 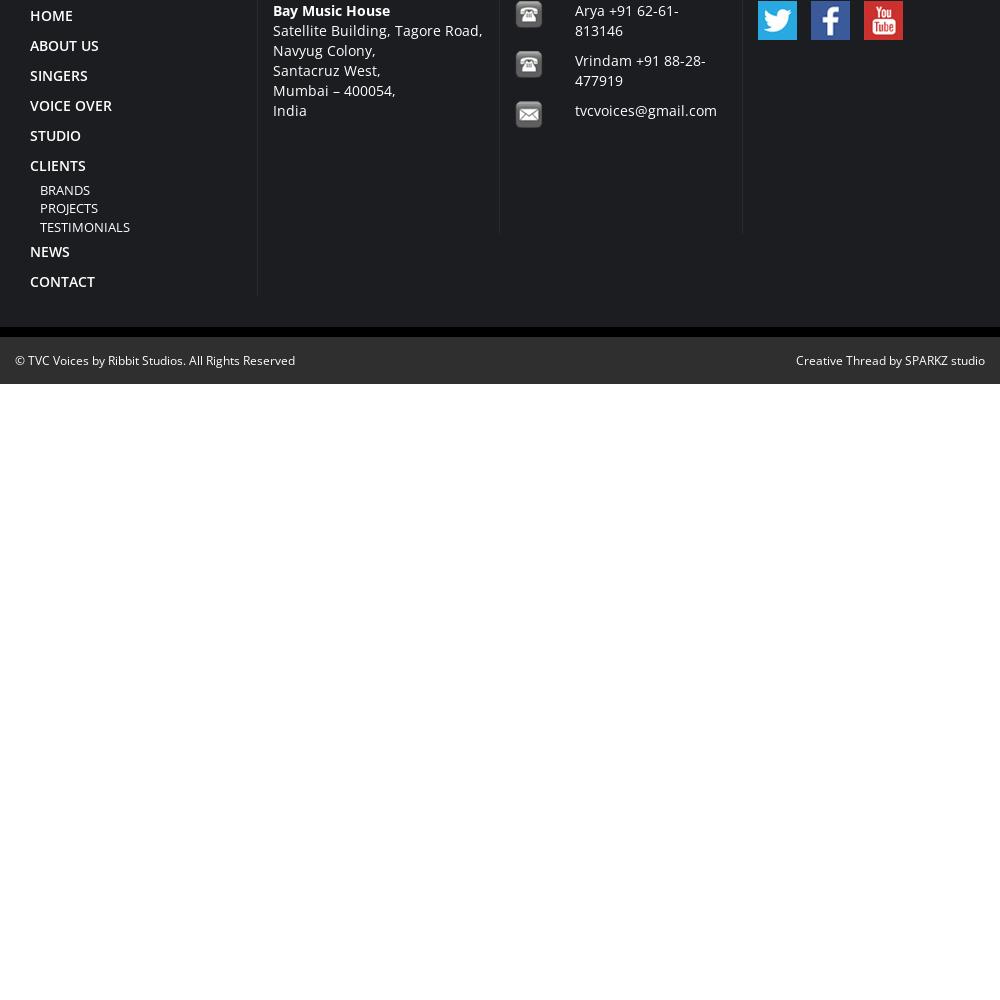 I want to click on 'Bay Music House', so click(x=272, y=9).